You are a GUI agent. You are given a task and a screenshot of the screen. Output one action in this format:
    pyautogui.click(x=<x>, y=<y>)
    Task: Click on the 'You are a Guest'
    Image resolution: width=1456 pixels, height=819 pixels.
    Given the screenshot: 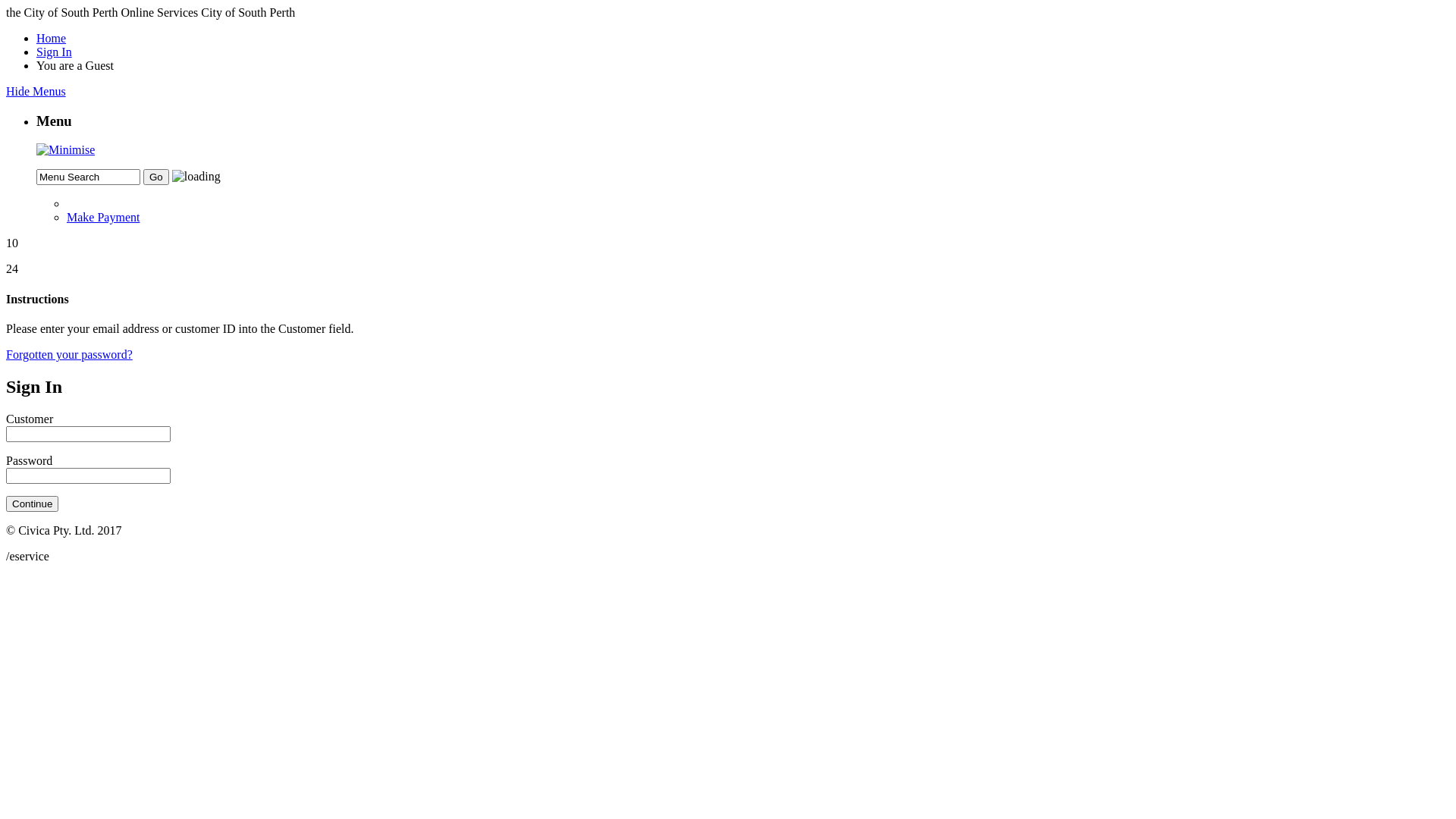 What is the action you would take?
    pyautogui.click(x=36, y=64)
    